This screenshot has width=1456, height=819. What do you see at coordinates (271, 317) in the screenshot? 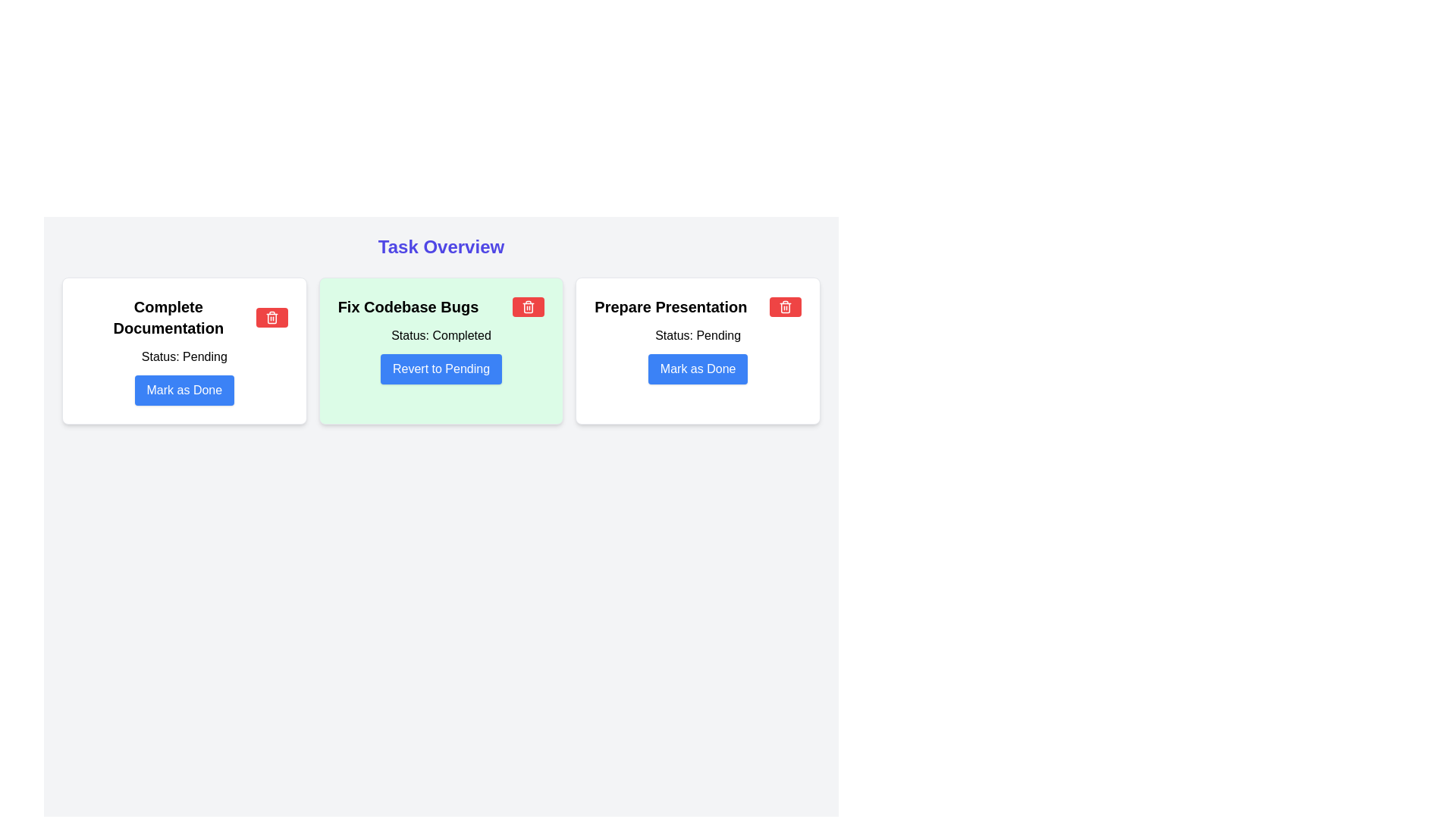
I see `the delete button indicated by the trash can icon, located to the right of the 'Complete Documentation' section to observe hover effects` at bounding box center [271, 317].